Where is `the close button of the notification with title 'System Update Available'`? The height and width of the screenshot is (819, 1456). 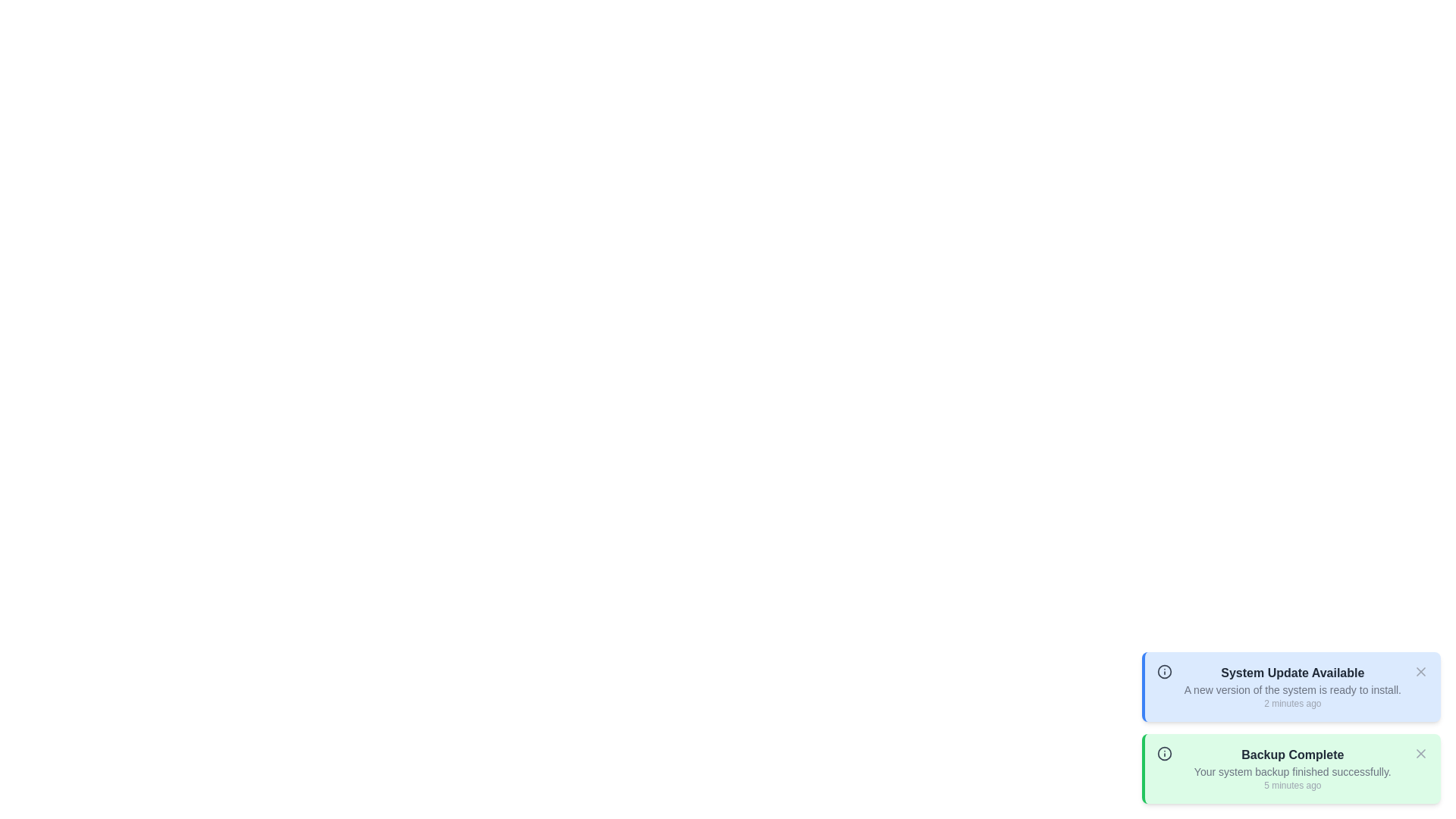
the close button of the notification with title 'System Update Available' is located at coordinates (1420, 671).